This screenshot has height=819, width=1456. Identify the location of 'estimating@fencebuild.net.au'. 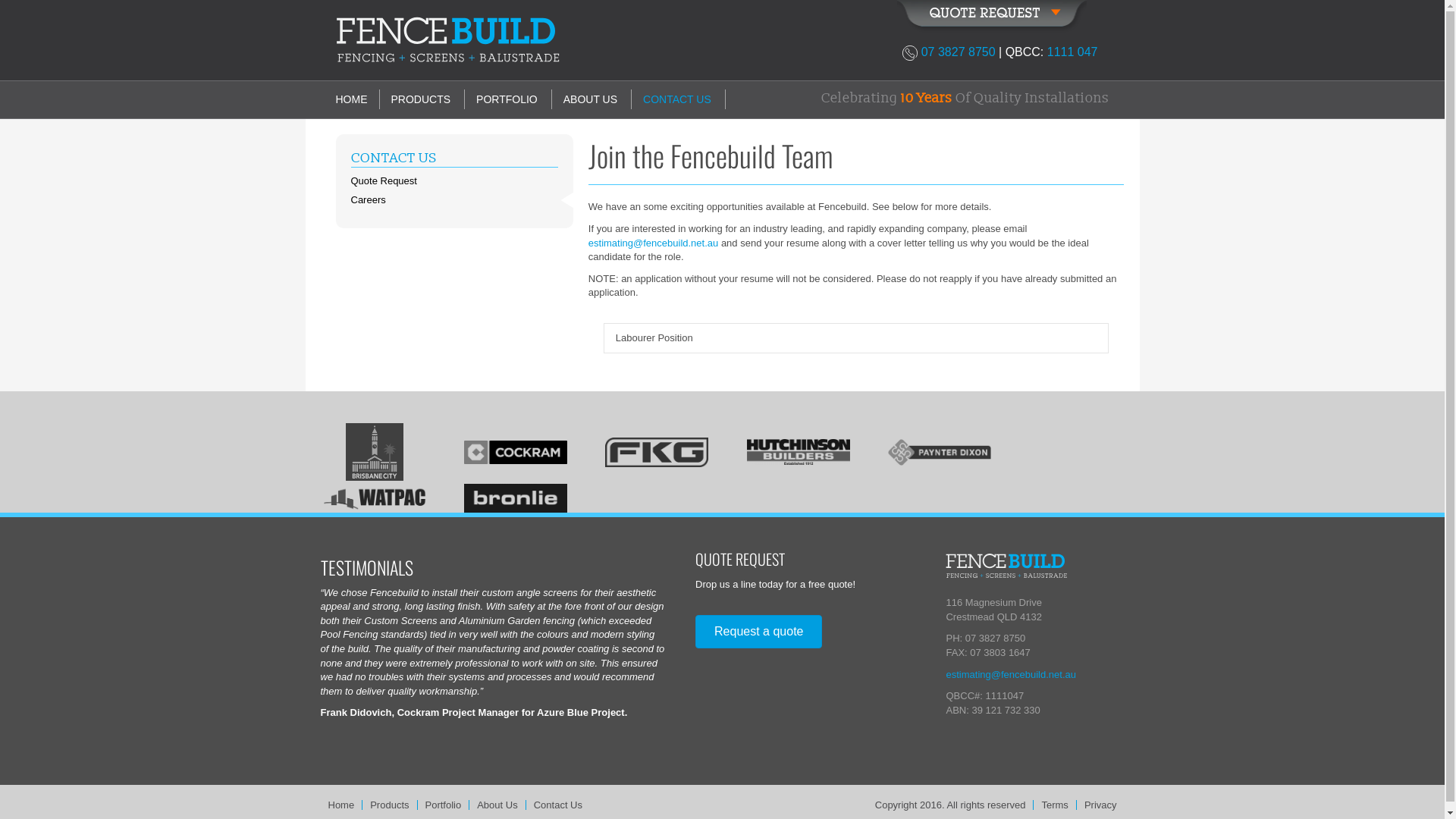
(1010, 673).